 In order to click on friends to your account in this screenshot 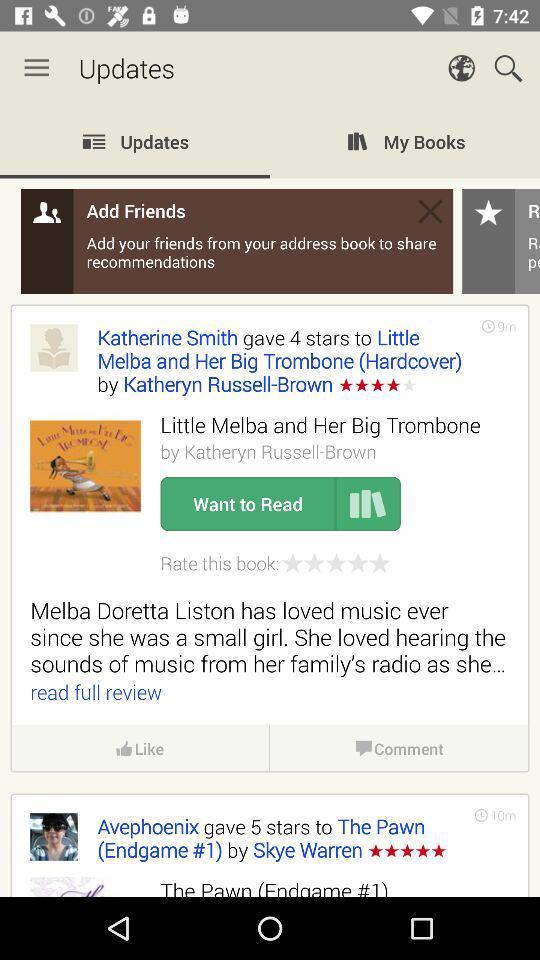, I will do `click(270, 500)`.